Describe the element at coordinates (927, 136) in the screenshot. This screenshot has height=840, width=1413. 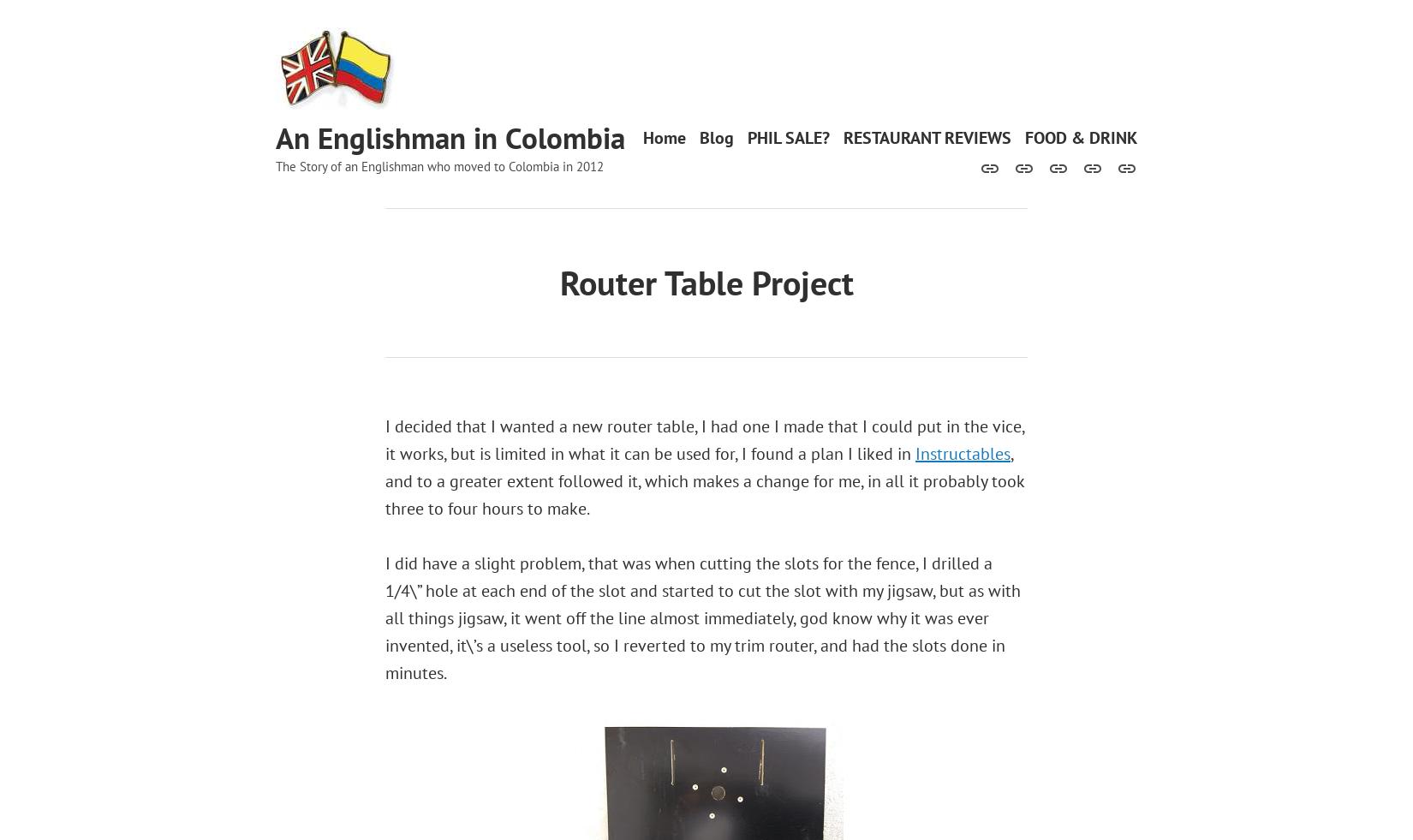
I see `'RESTAURANT REVIEWS'` at that location.